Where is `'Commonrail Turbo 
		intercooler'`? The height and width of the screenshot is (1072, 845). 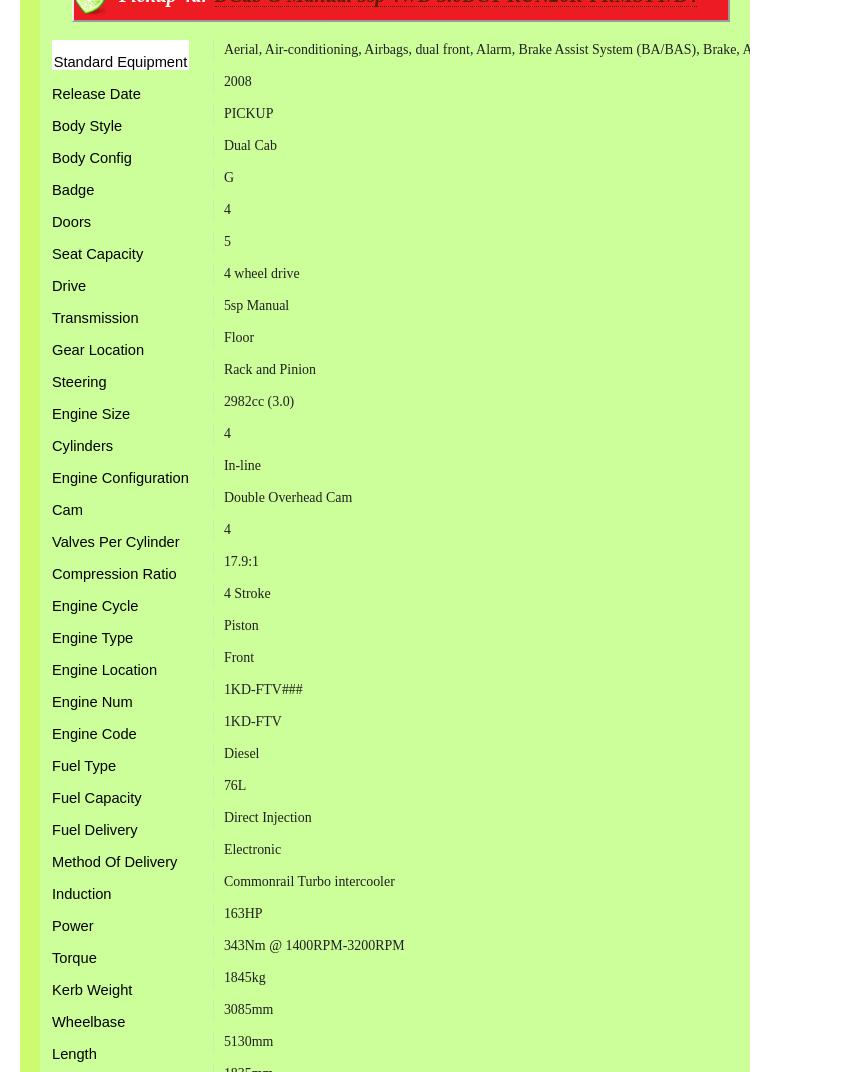
'Commonrail Turbo 
		intercooler' is located at coordinates (308, 881).